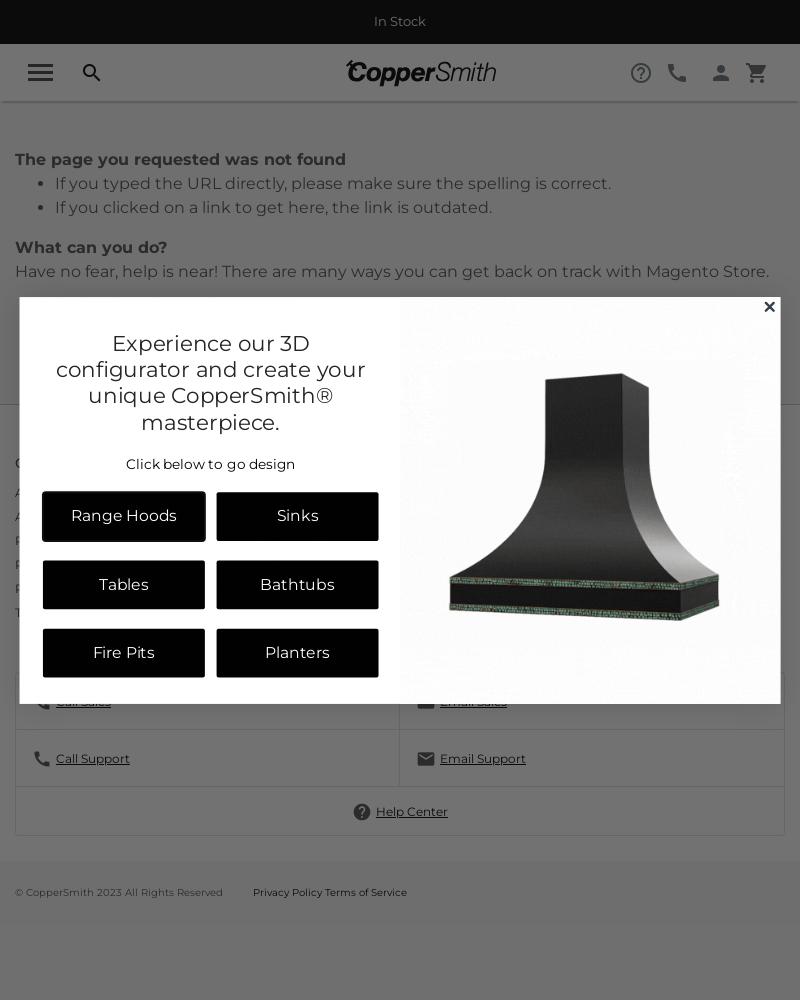  I want to click on 'Contact Us', so click(448, 515).